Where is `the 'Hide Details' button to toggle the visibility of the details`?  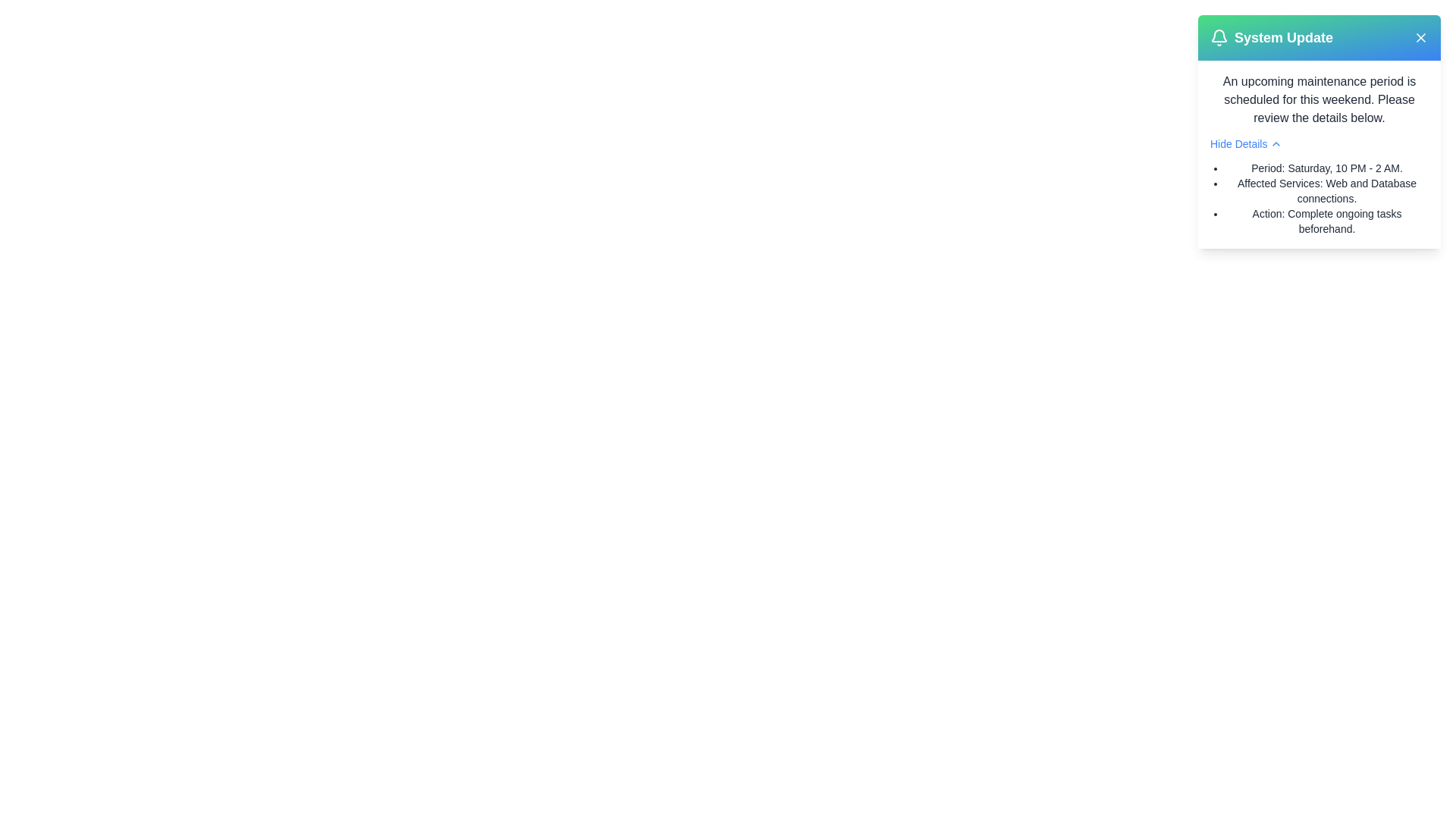
the 'Hide Details' button to toggle the visibility of the details is located at coordinates (1245, 143).